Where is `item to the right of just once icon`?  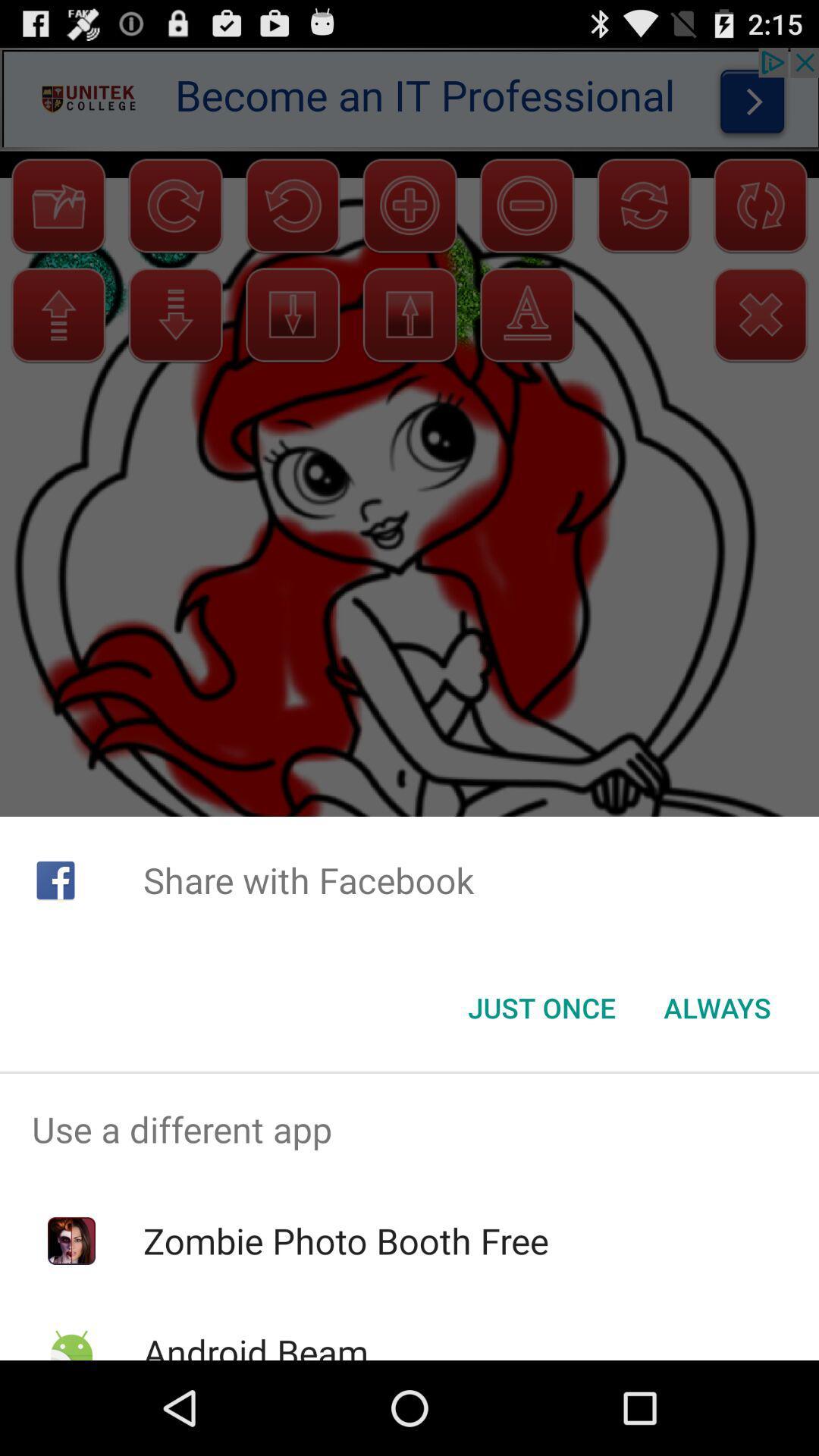 item to the right of just once icon is located at coordinates (717, 1008).